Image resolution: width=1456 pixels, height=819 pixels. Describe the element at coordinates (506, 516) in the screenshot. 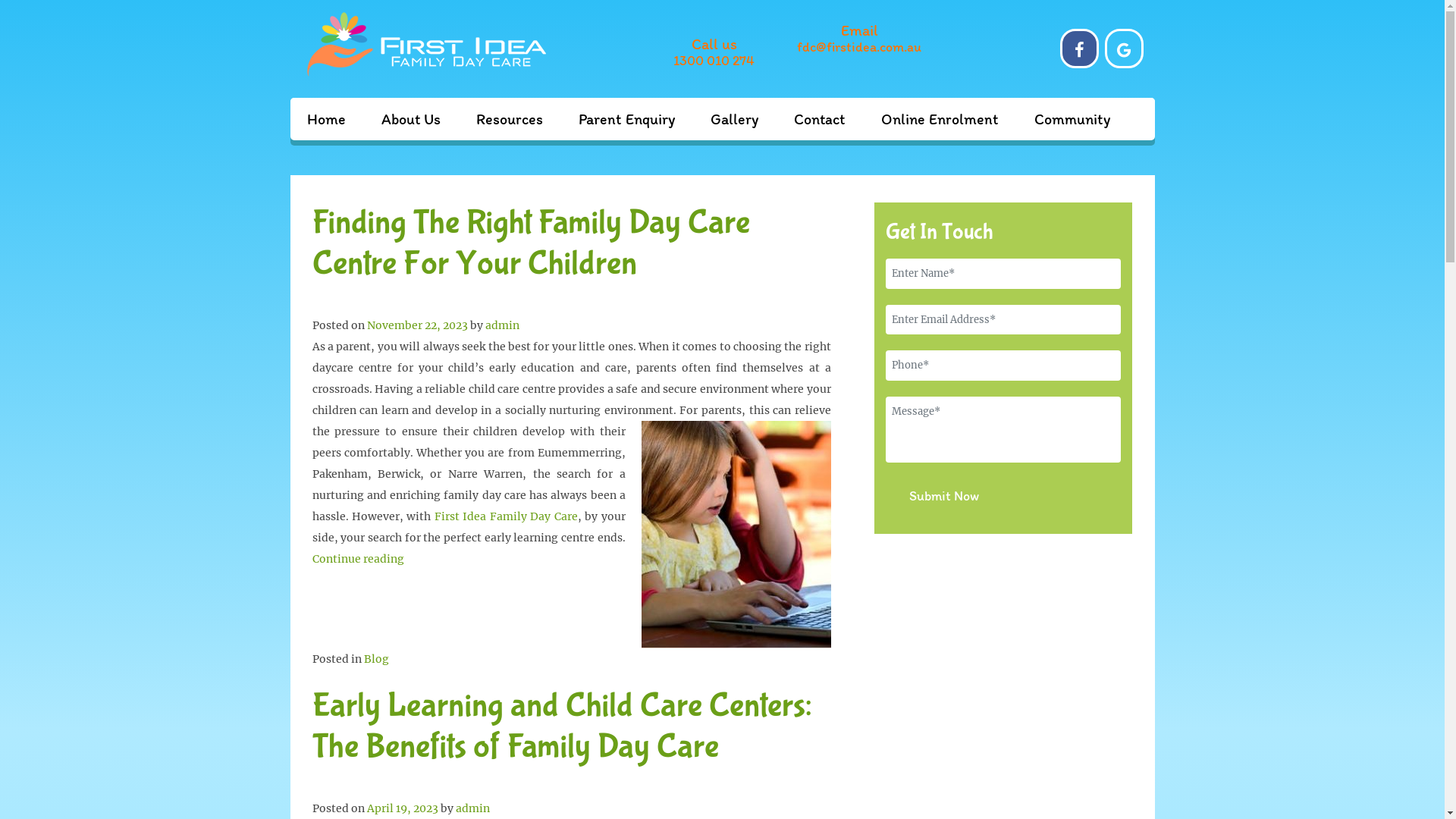

I see `'First Idea Family Day Care'` at that location.